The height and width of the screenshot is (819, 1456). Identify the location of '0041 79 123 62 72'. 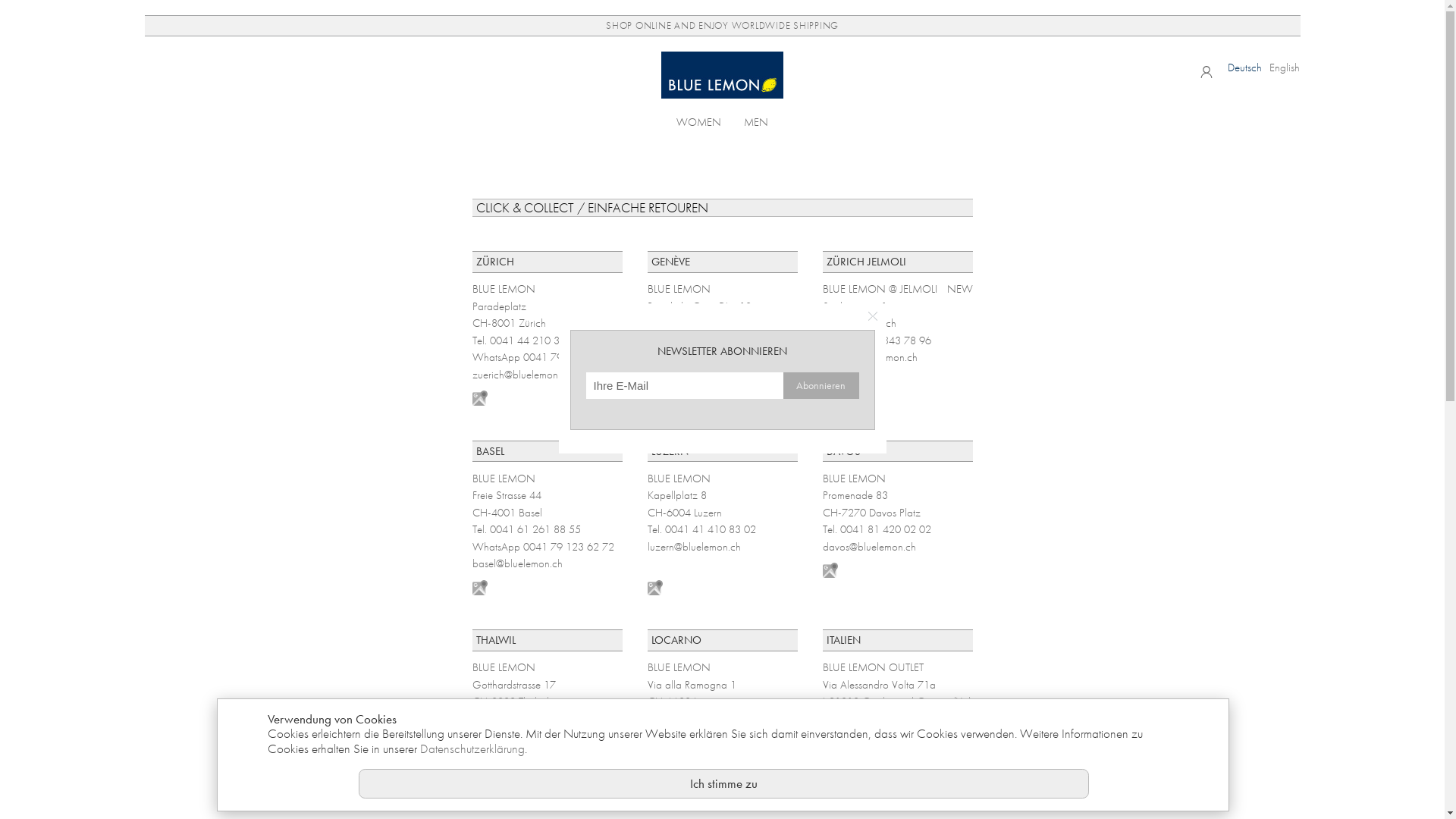
(567, 546).